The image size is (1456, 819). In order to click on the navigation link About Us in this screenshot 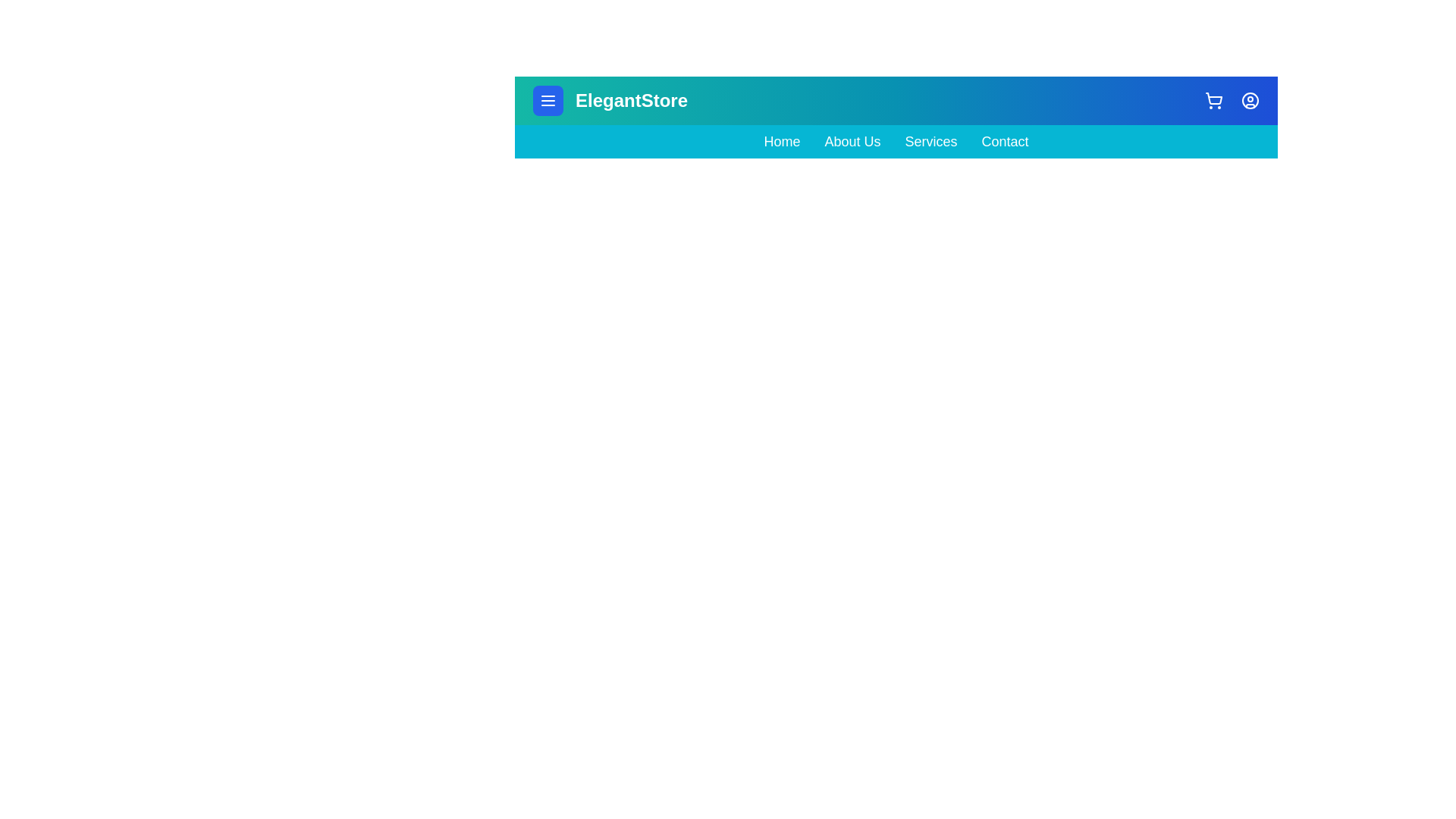, I will do `click(852, 141)`.